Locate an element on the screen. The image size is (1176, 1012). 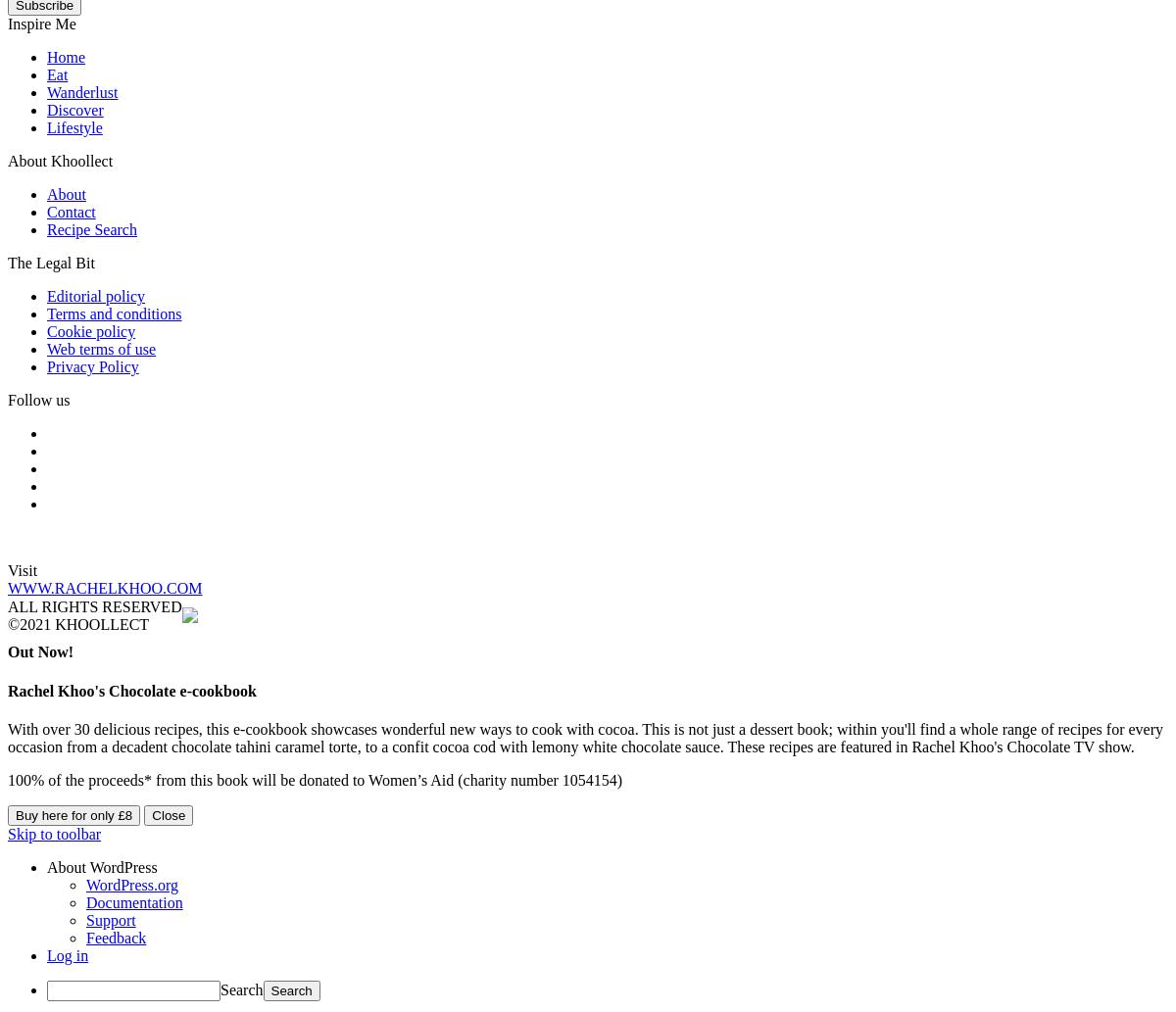
'Feedback' is located at coordinates (116, 936).